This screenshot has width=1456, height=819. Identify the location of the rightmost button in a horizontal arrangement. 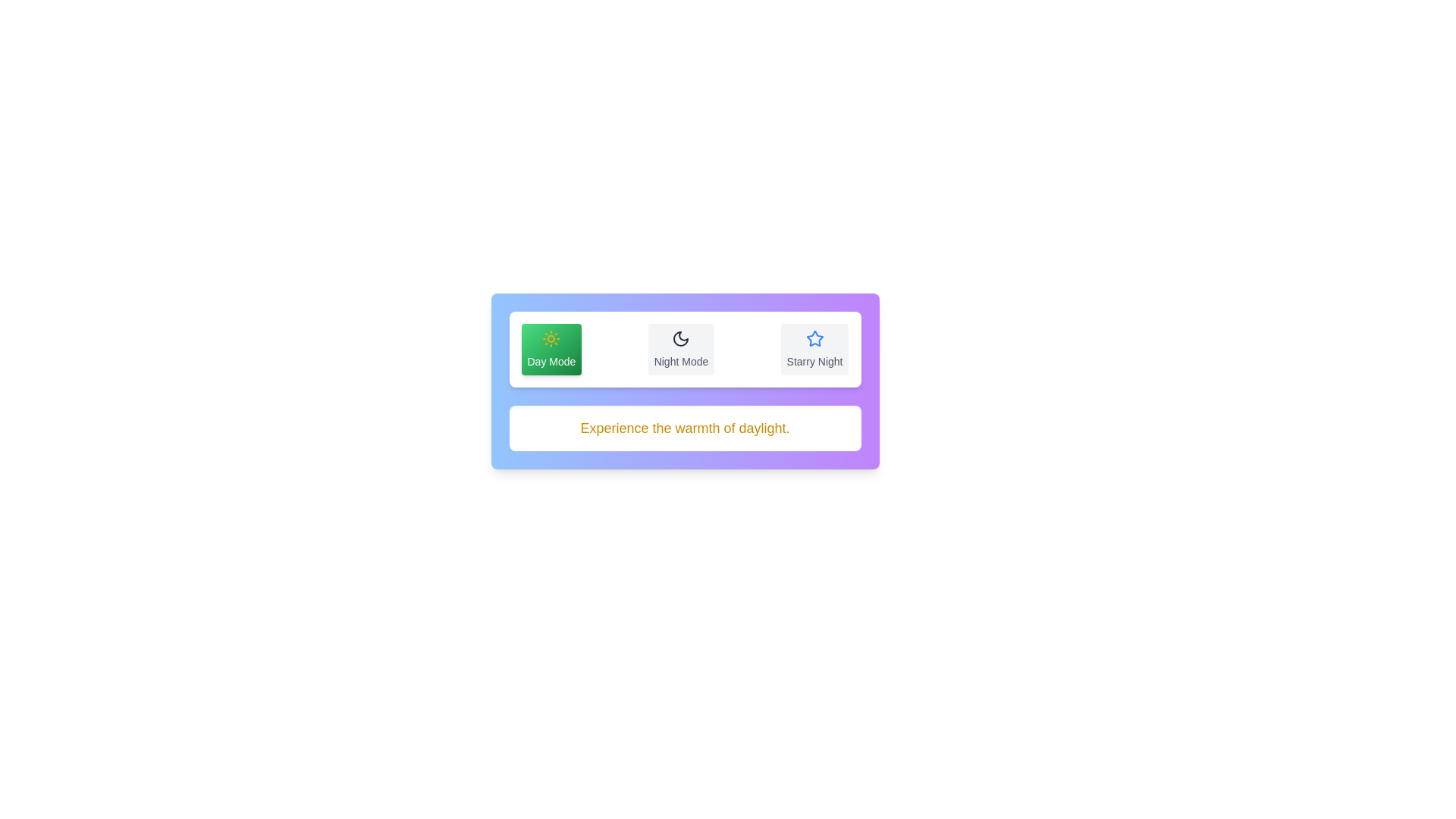
(814, 350).